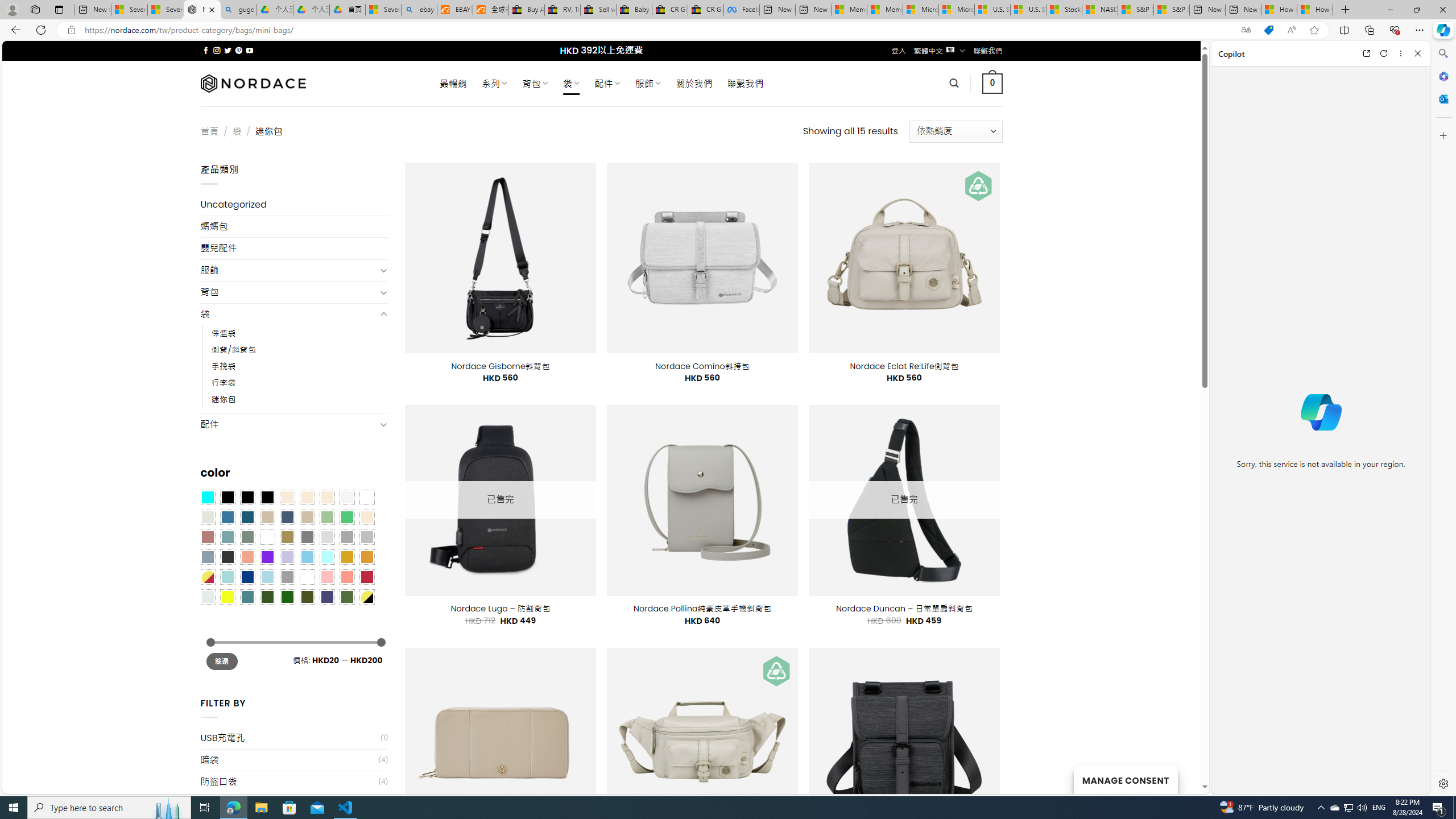  I want to click on 'Nordace', so click(253, 82).